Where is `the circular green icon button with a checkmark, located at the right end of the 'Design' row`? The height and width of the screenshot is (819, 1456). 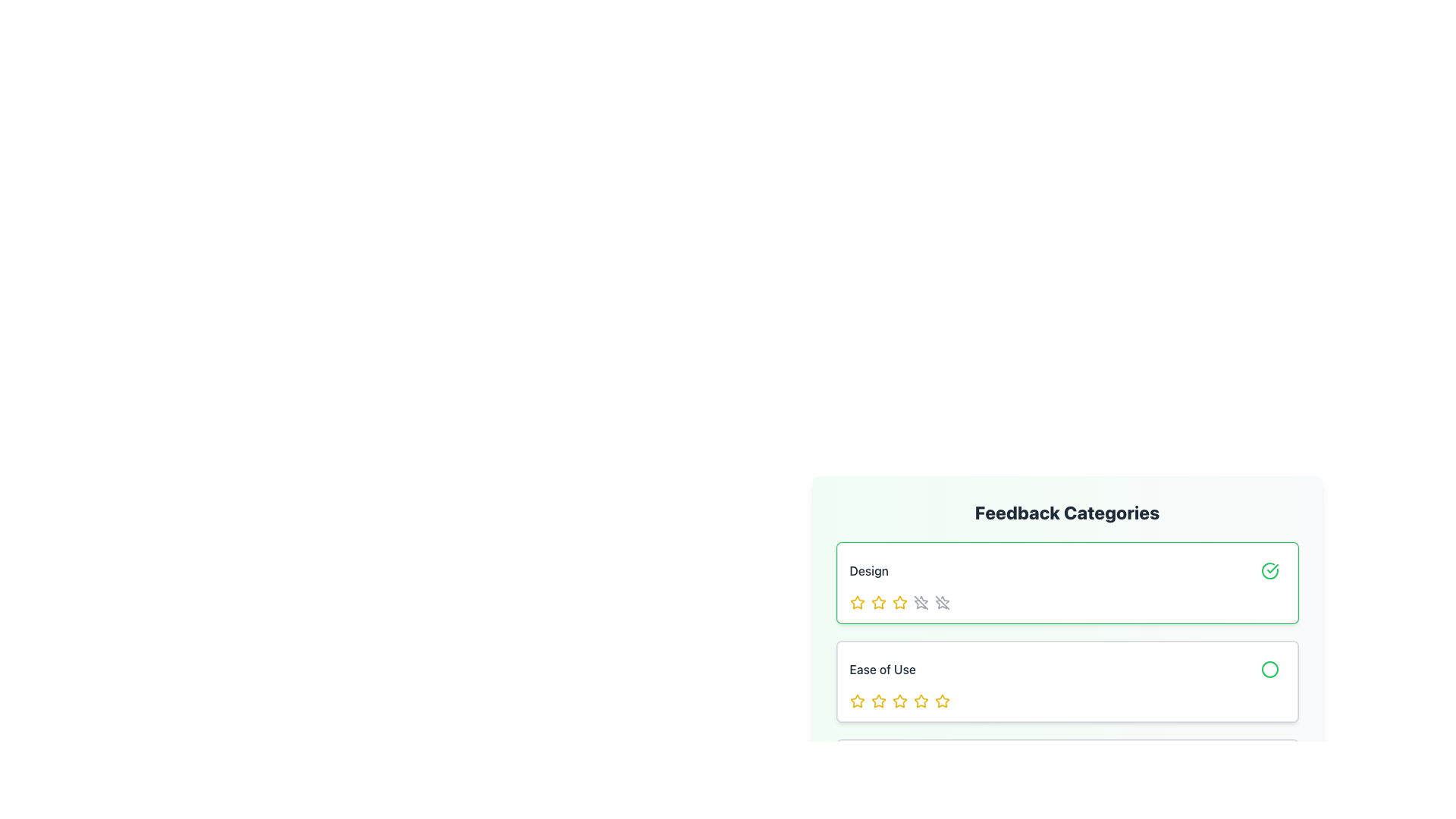 the circular green icon button with a checkmark, located at the right end of the 'Design' row is located at coordinates (1269, 570).